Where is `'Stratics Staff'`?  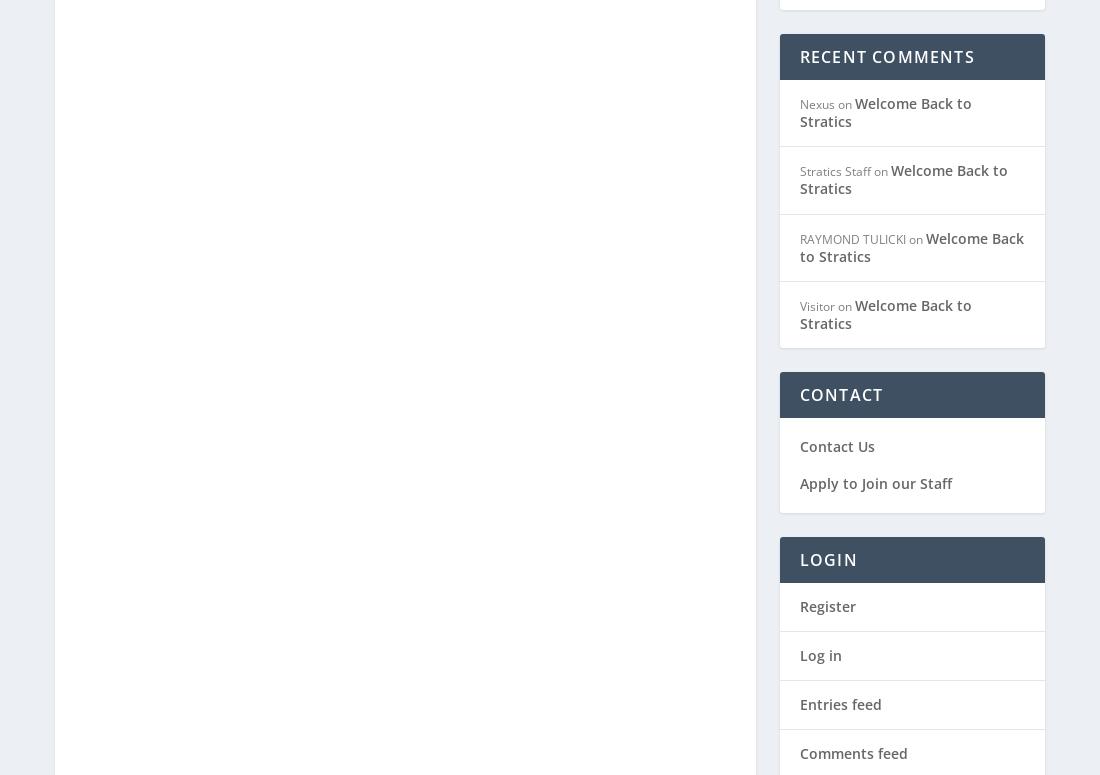
'Stratics Staff' is located at coordinates (833, 60).